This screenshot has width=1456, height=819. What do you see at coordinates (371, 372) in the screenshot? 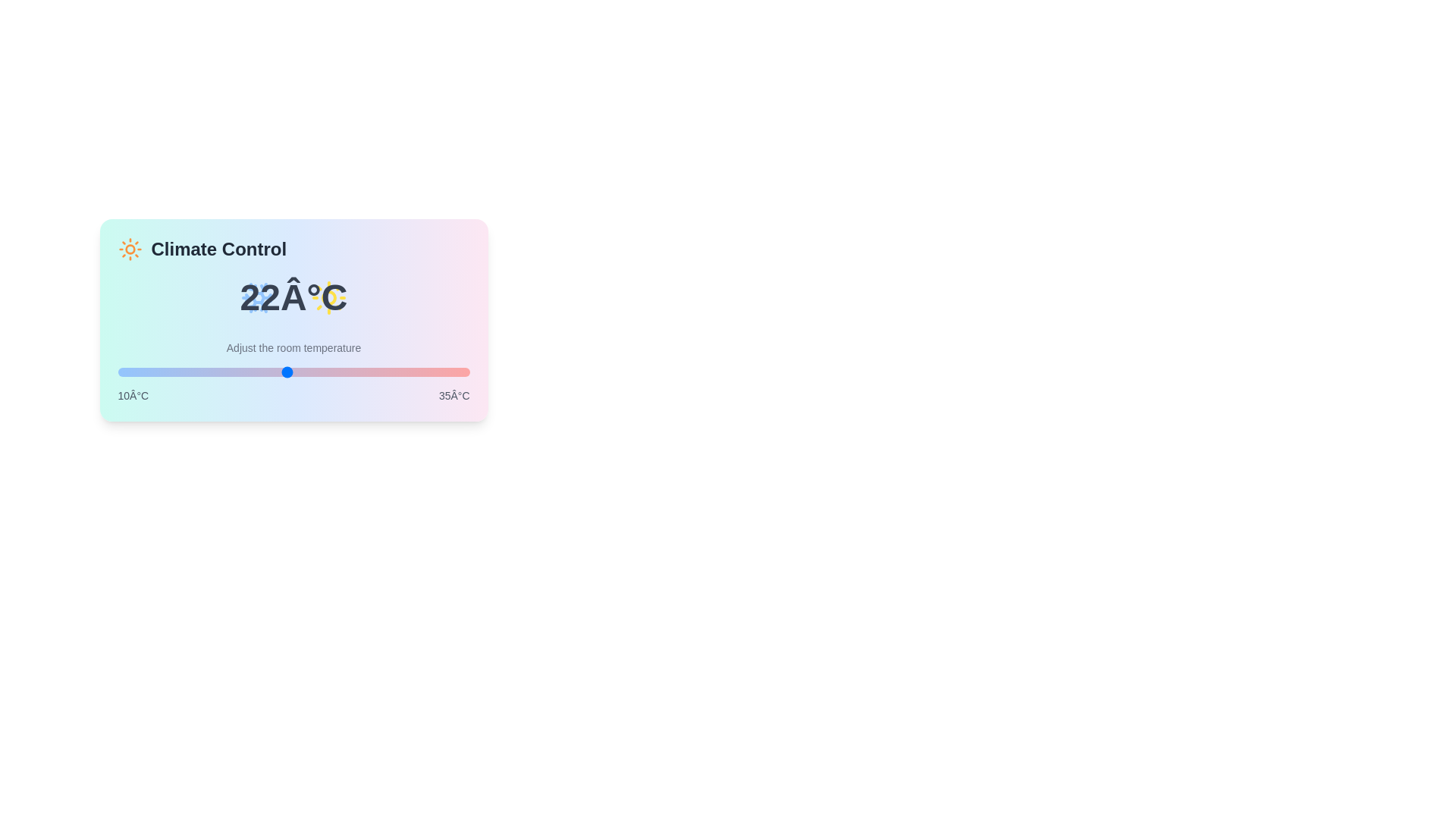
I see `the temperature slider to 28 degrees Celsius` at bounding box center [371, 372].